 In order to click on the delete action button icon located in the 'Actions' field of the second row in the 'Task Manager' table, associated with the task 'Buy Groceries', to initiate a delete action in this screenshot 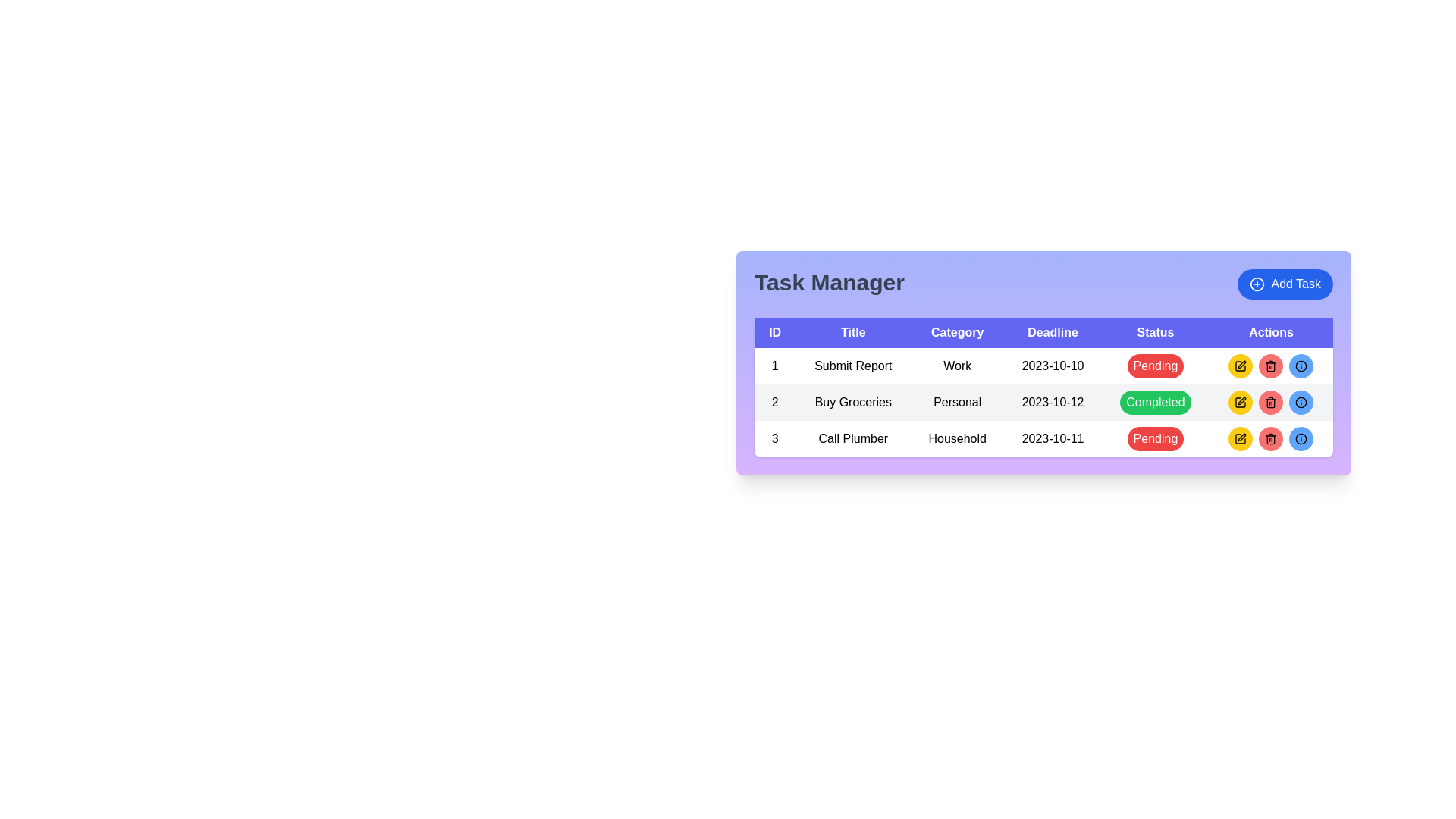, I will do `click(1271, 402)`.